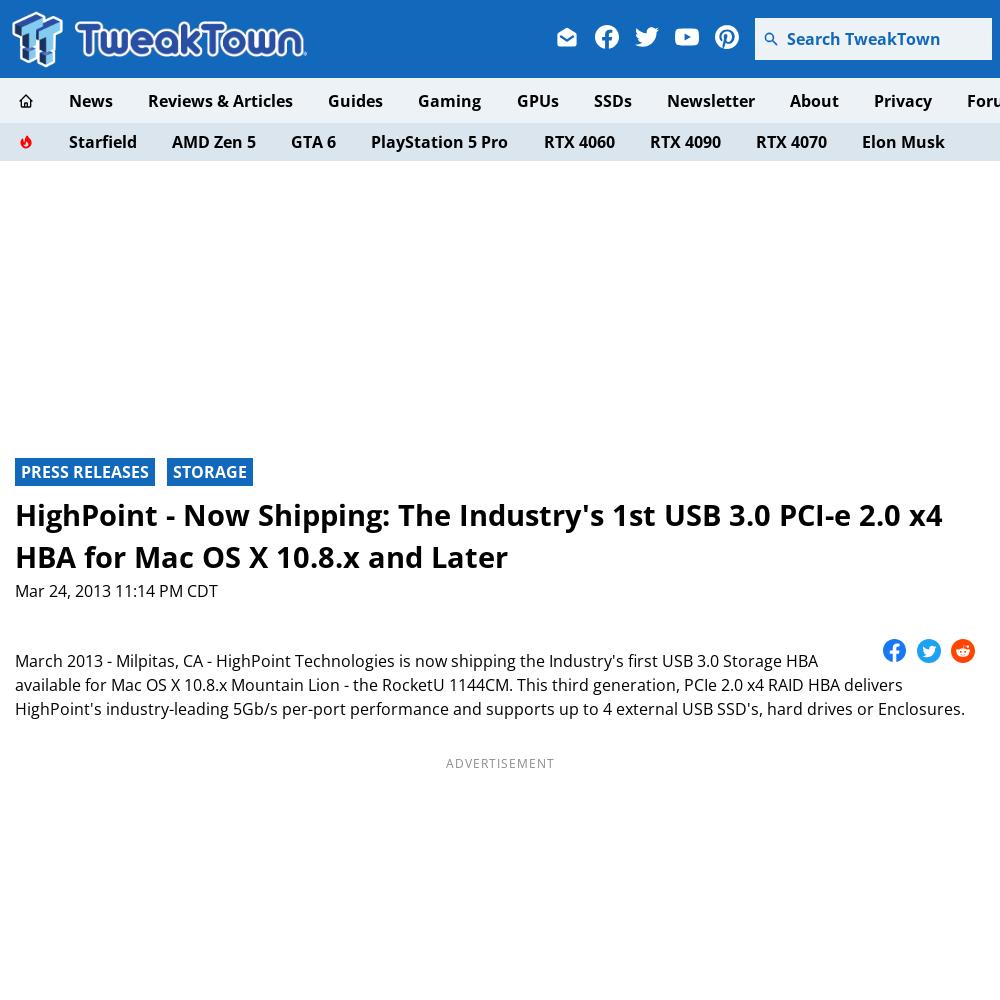 The image size is (1000, 1000). What do you see at coordinates (89, 100) in the screenshot?
I see `'News'` at bounding box center [89, 100].